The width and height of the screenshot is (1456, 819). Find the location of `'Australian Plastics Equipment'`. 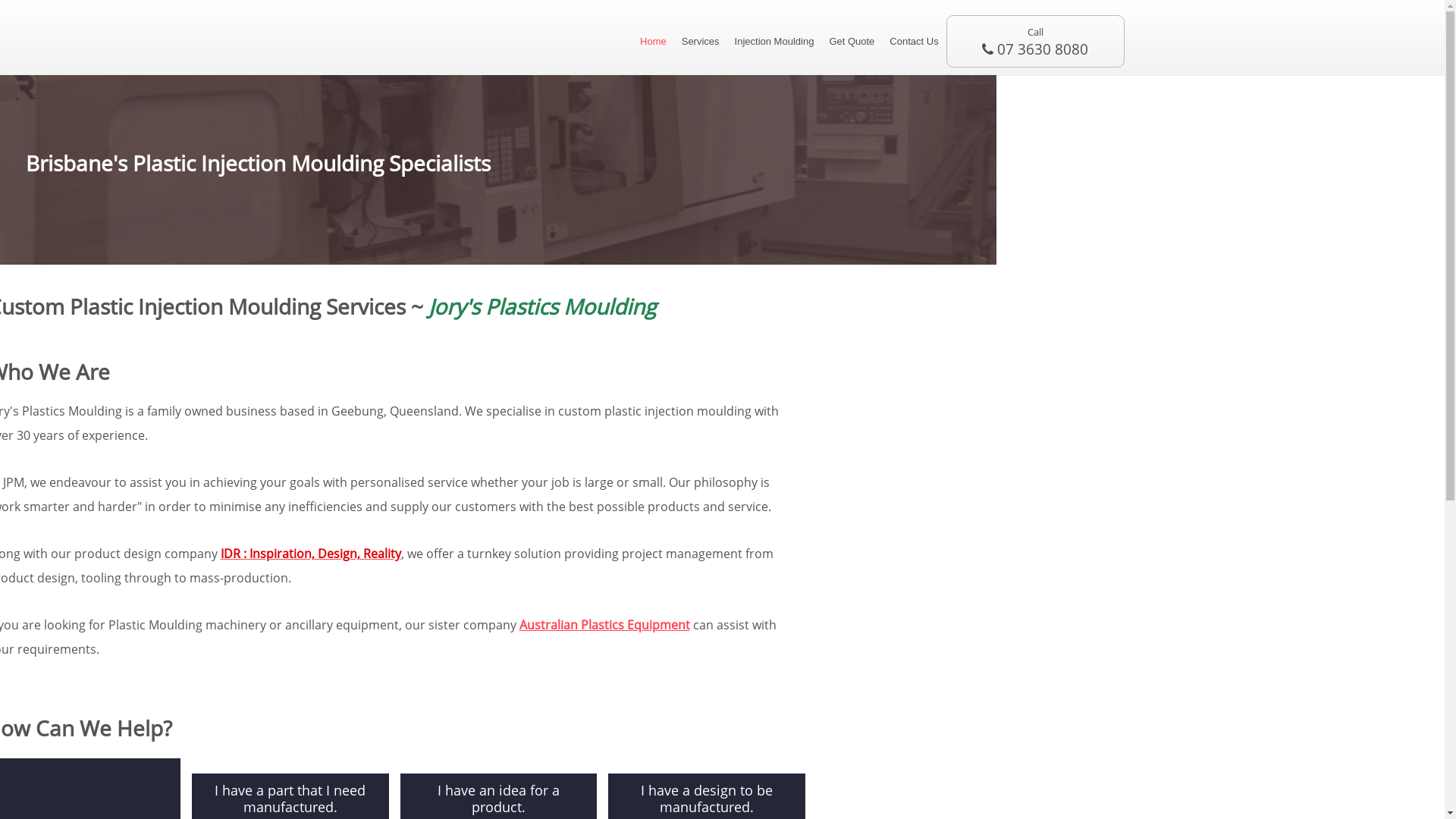

'Australian Plastics Equipment' is located at coordinates (519, 625).